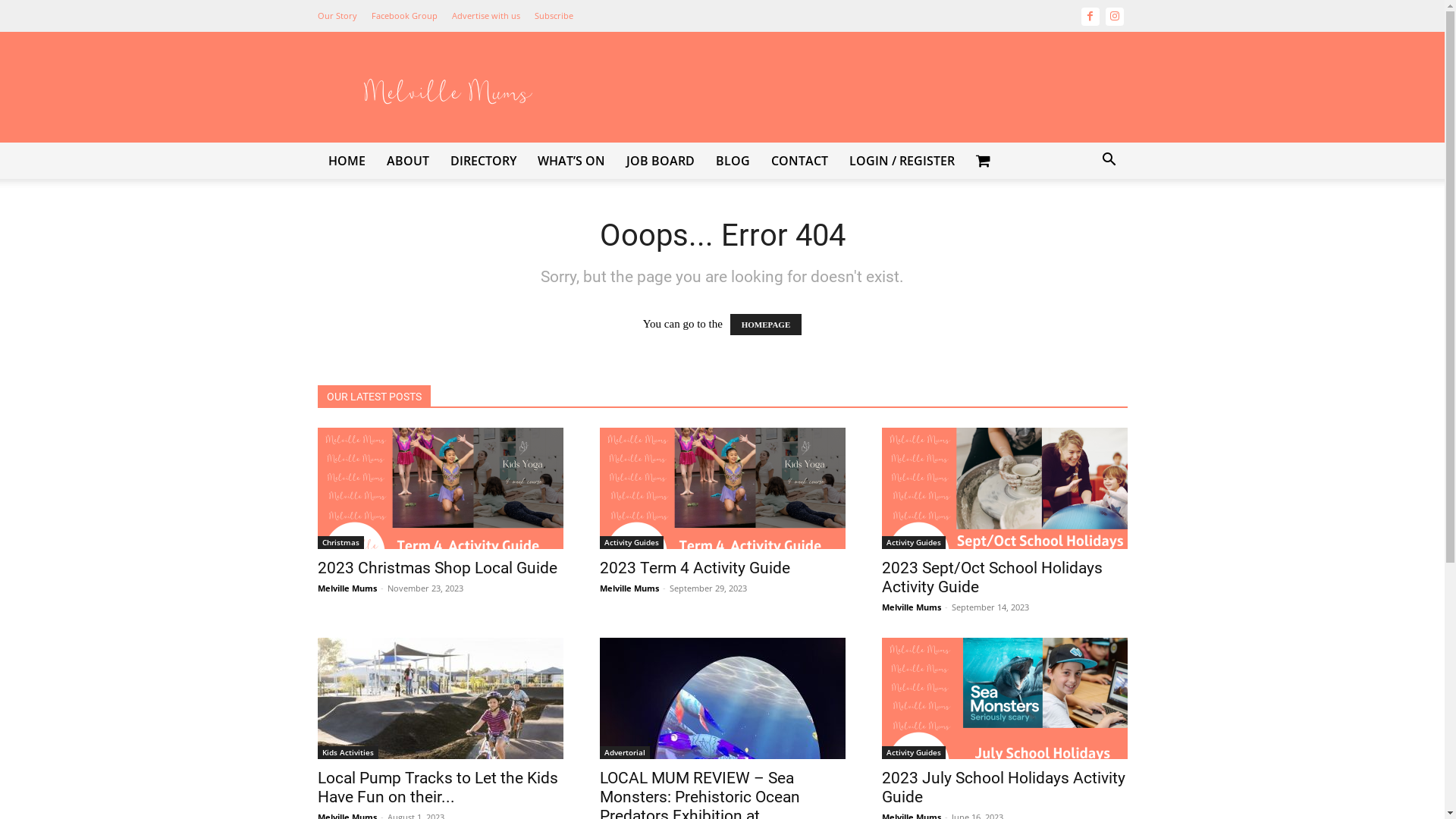 Image resolution: width=1456 pixels, height=819 pixels. Describe the element at coordinates (486, 15) in the screenshot. I see `'Advertise with us'` at that location.